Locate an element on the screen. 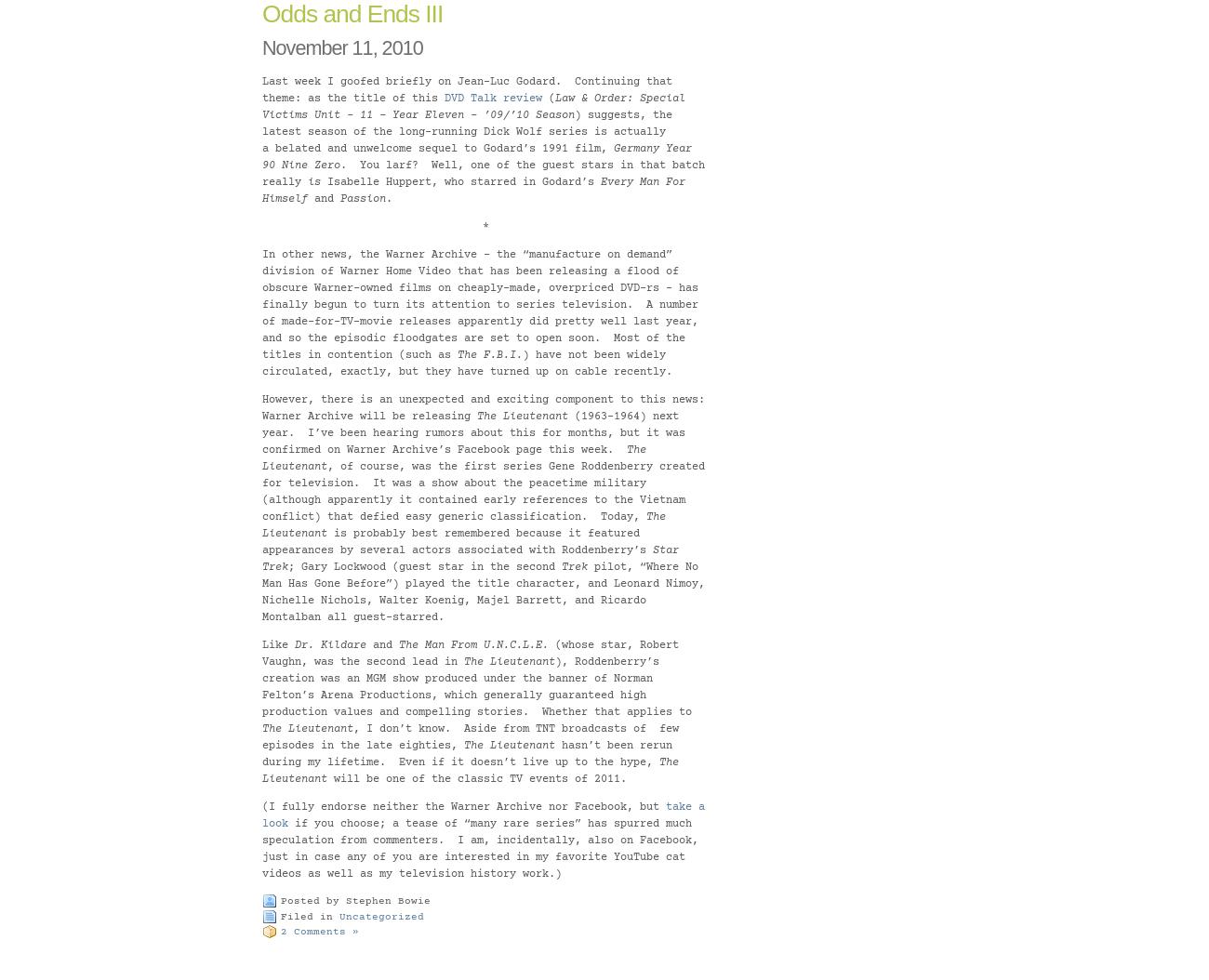 Image resolution: width=1209 pixels, height=980 pixels. 'DVD Talk review' is located at coordinates (493, 99).